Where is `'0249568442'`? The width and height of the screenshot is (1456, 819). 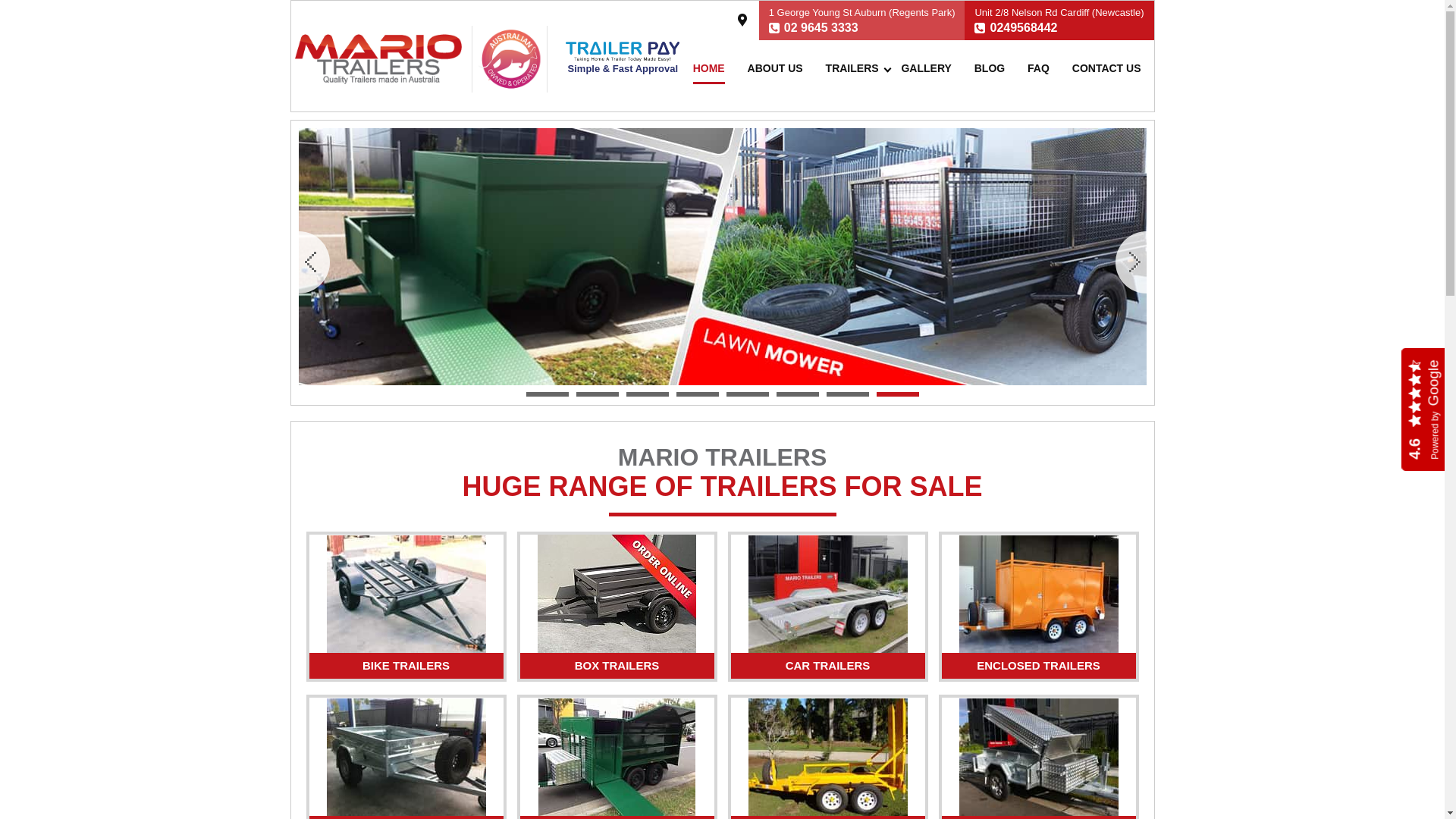
'0249568442' is located at coordinates (1023, 27).